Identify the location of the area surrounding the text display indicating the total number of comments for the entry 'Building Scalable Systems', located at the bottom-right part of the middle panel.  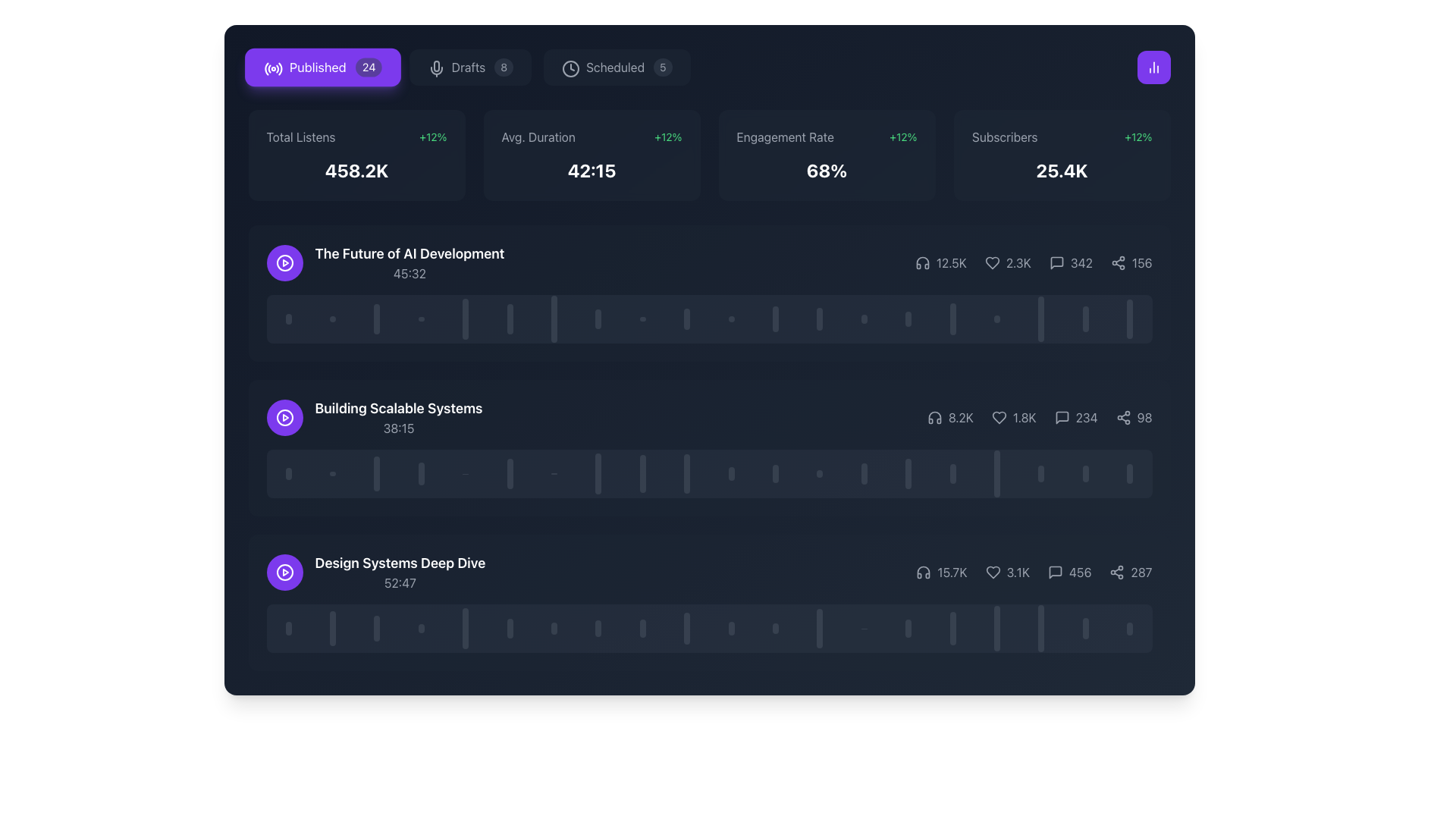
(1086, 418).